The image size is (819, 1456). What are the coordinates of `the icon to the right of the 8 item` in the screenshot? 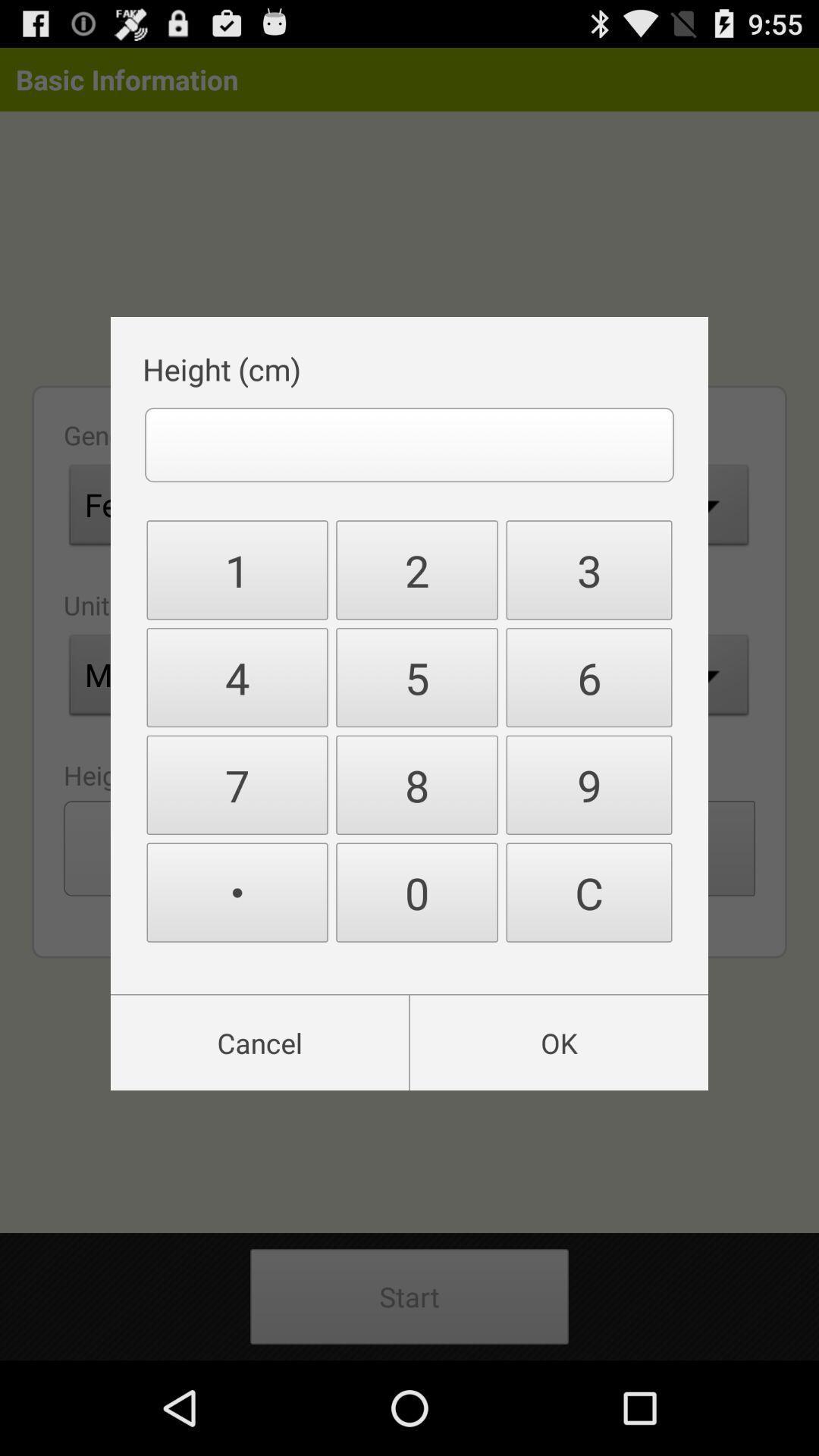 It's located at (588, 893).